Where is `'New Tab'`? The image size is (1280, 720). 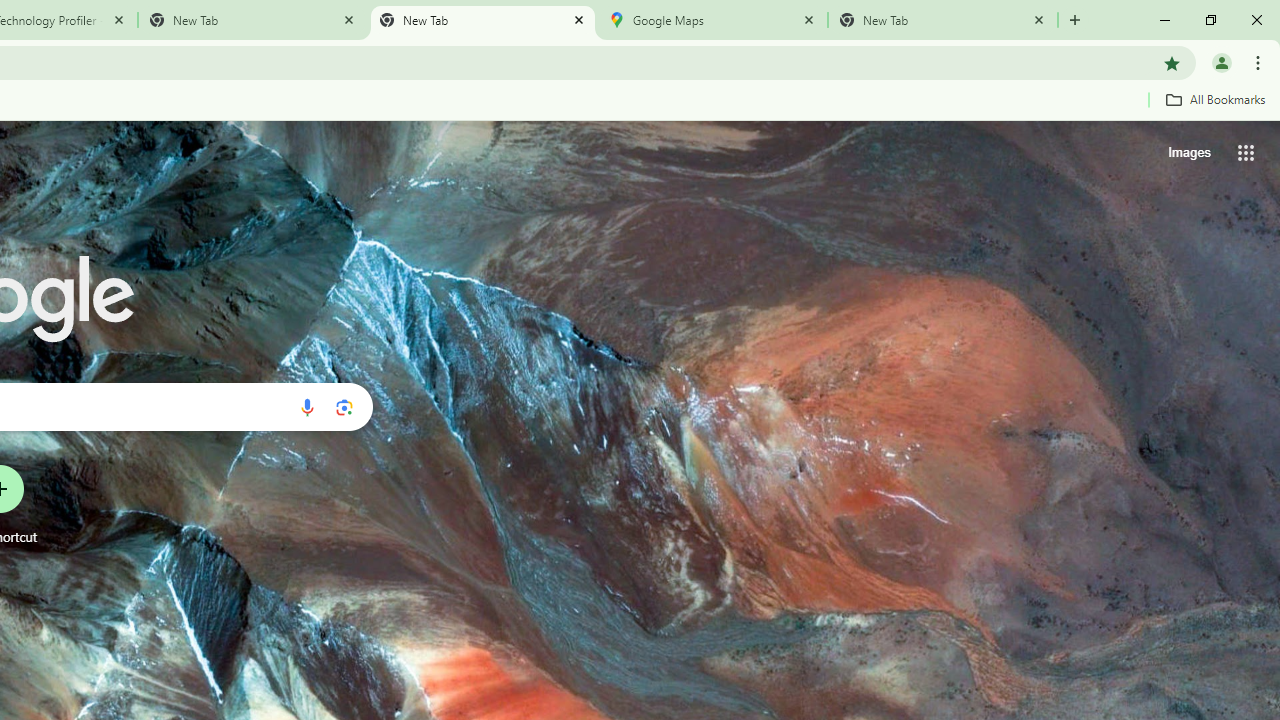
'New Tab' is located at coordinates (942, 20).